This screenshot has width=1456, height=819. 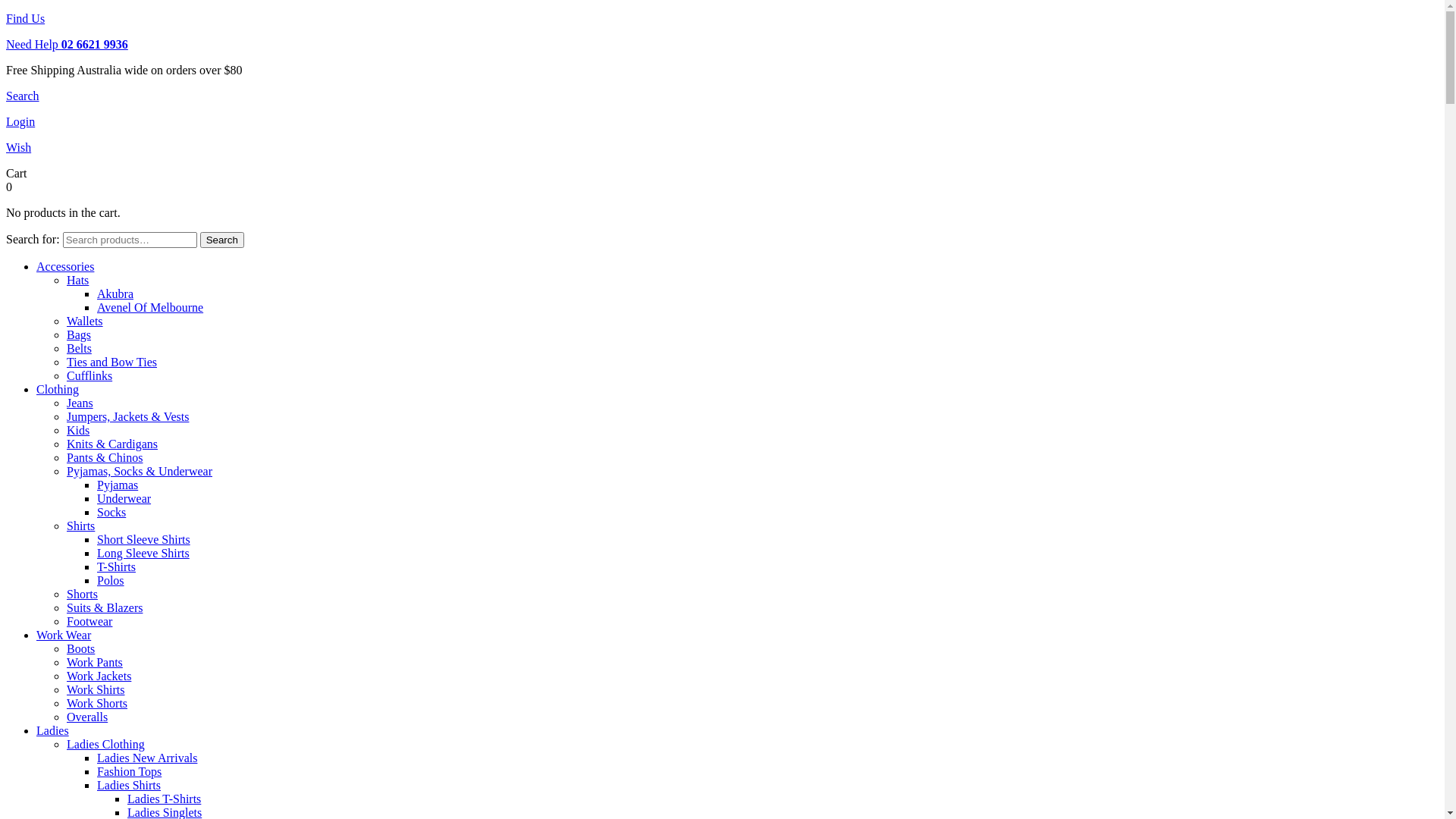 I want to click on 'Ladies Shirts', so click(x=128, y=785).